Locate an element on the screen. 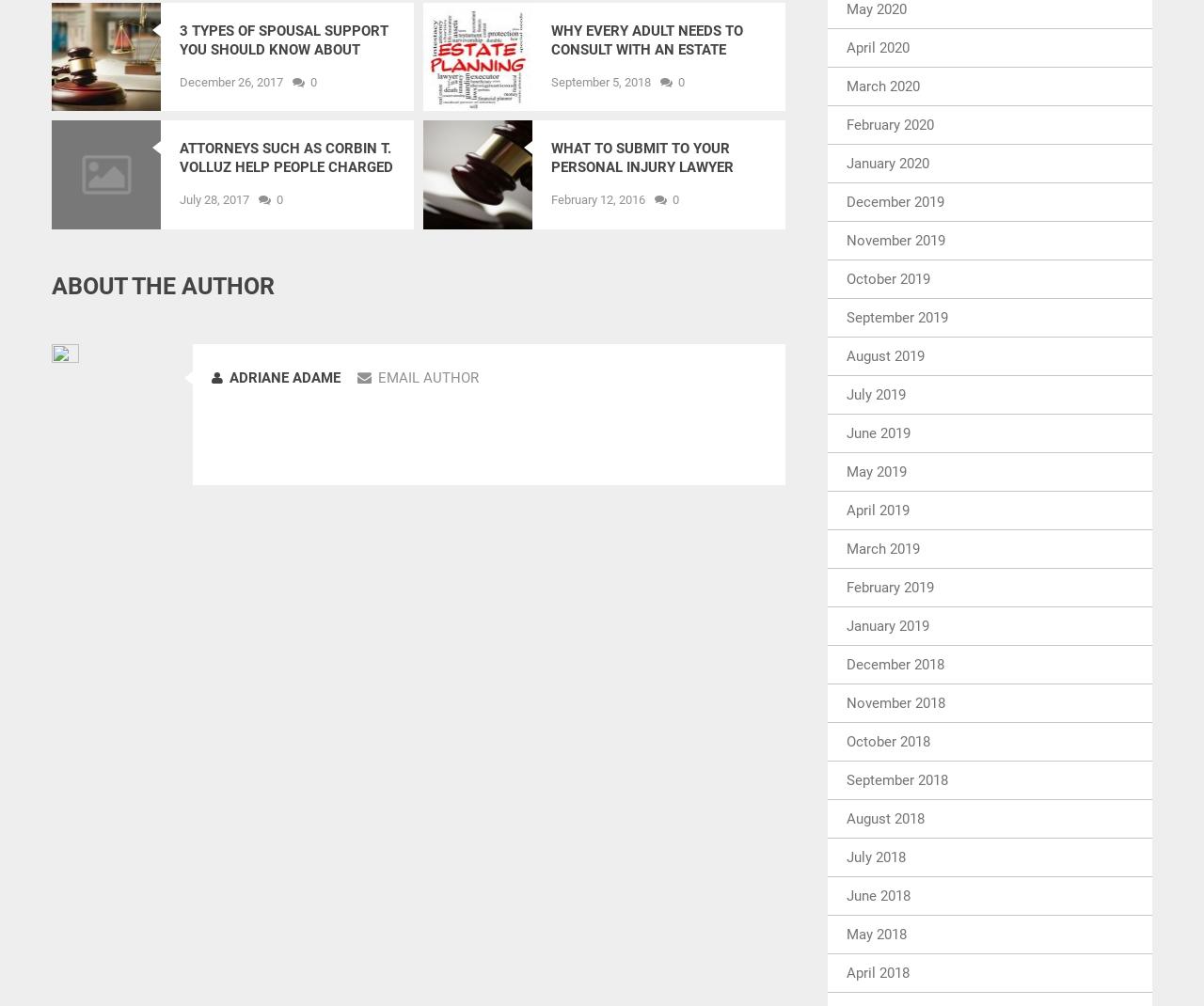  'About The Author' is located at coordinates (163, 285).